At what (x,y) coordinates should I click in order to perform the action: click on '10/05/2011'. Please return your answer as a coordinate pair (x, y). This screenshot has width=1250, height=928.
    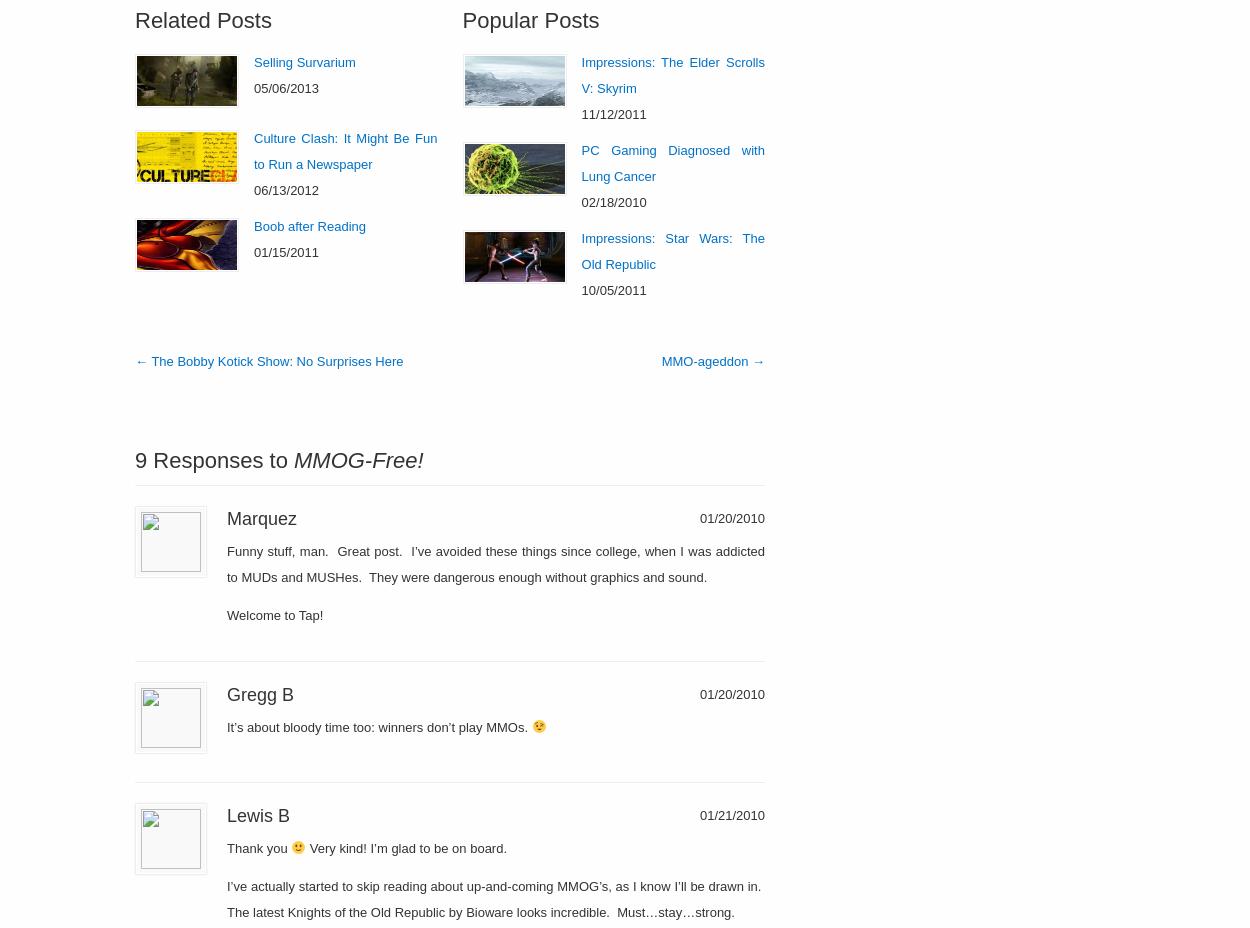
    Looking at the image, I should click on (612, 288).